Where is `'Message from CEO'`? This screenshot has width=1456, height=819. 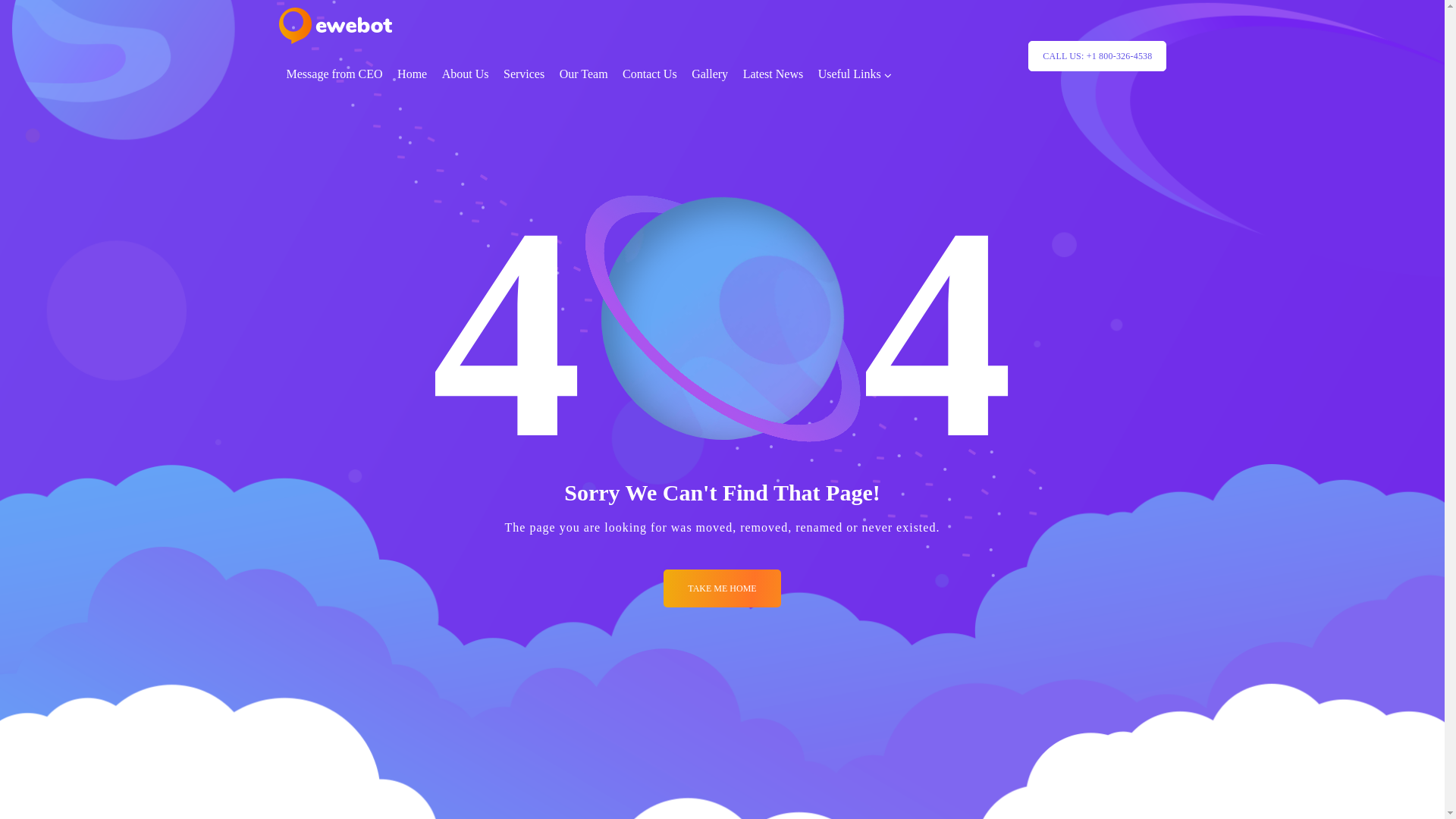 'Message from CEO' is located at coordinates (334, 74).